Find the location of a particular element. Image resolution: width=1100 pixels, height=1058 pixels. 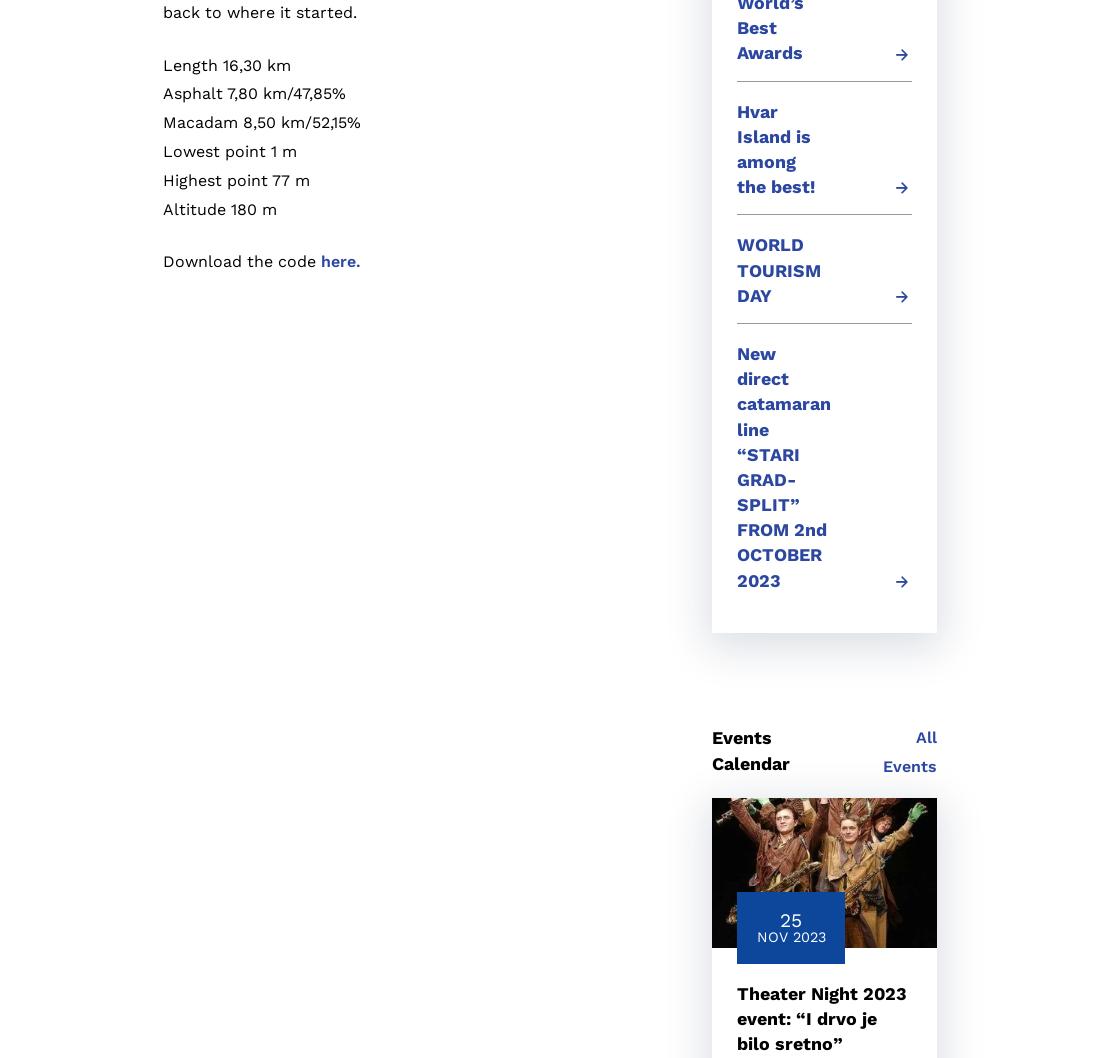

'Download the code' is located at coordinates (241, 261).